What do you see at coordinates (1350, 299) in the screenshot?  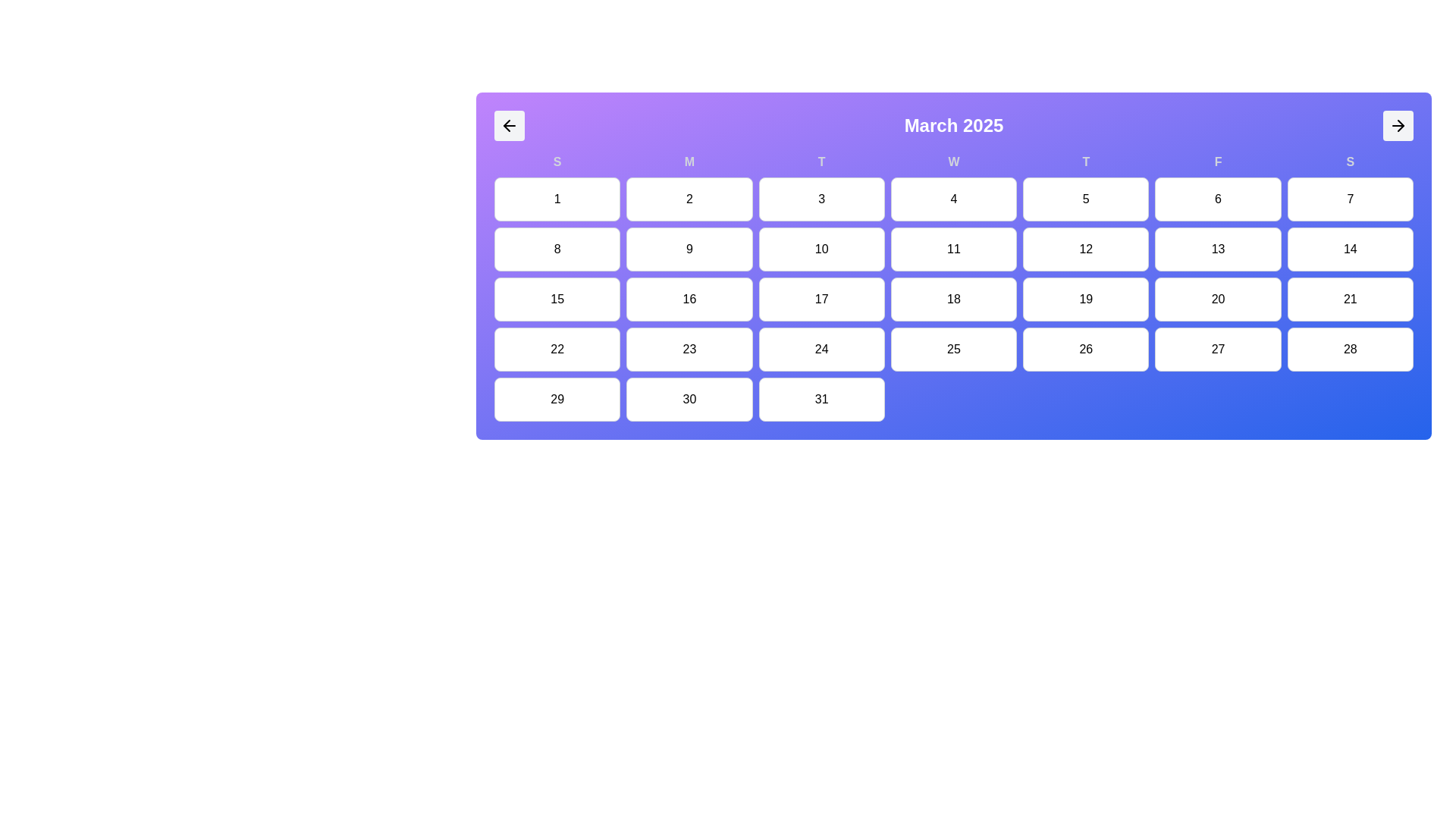 I see `the Calendar day button labeled '21'` at bounding box center [1350, 299].